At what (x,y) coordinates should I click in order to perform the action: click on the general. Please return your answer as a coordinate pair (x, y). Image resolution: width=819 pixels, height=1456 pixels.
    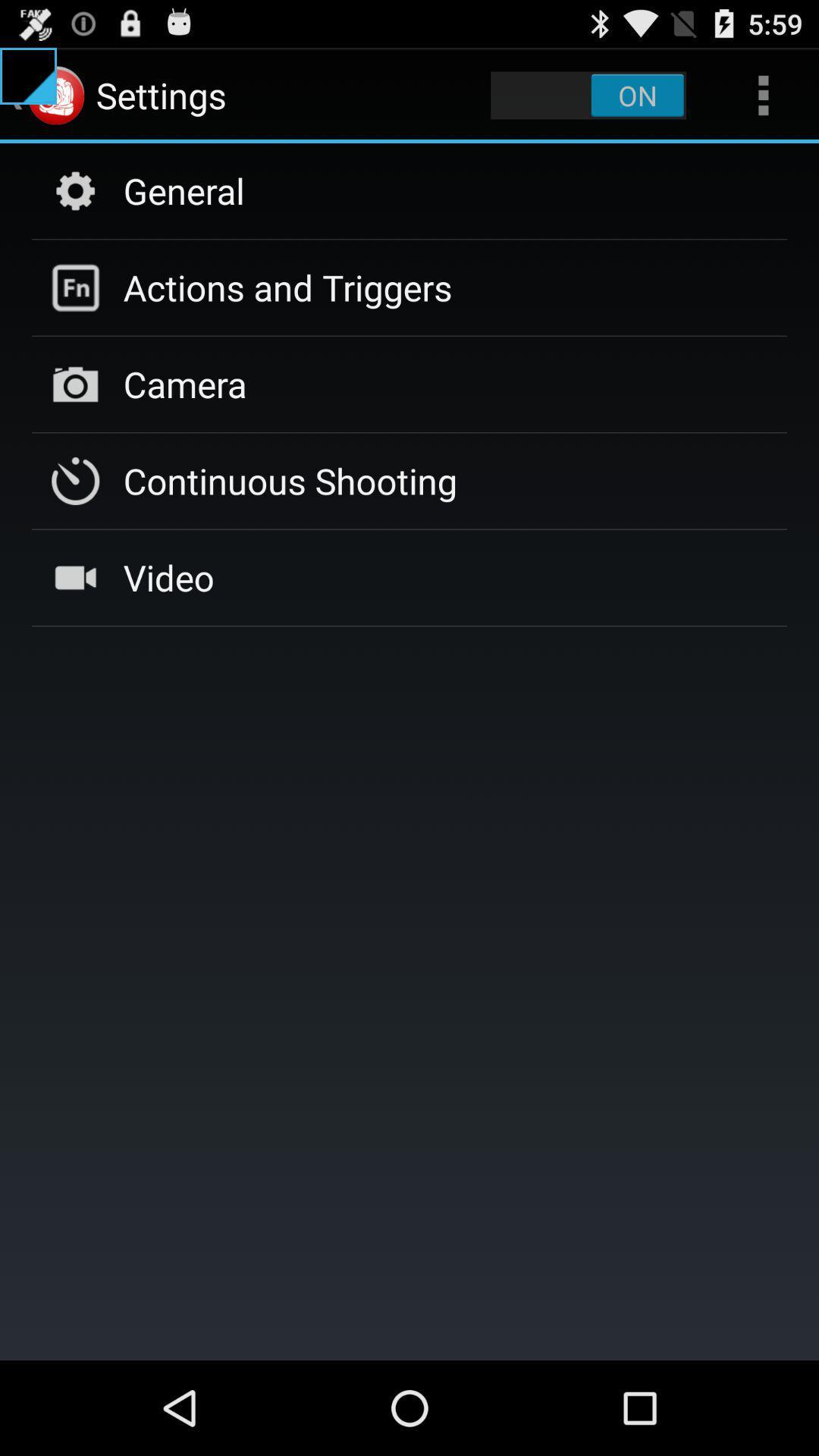
    Looking at the image, I should click on (183, 190).